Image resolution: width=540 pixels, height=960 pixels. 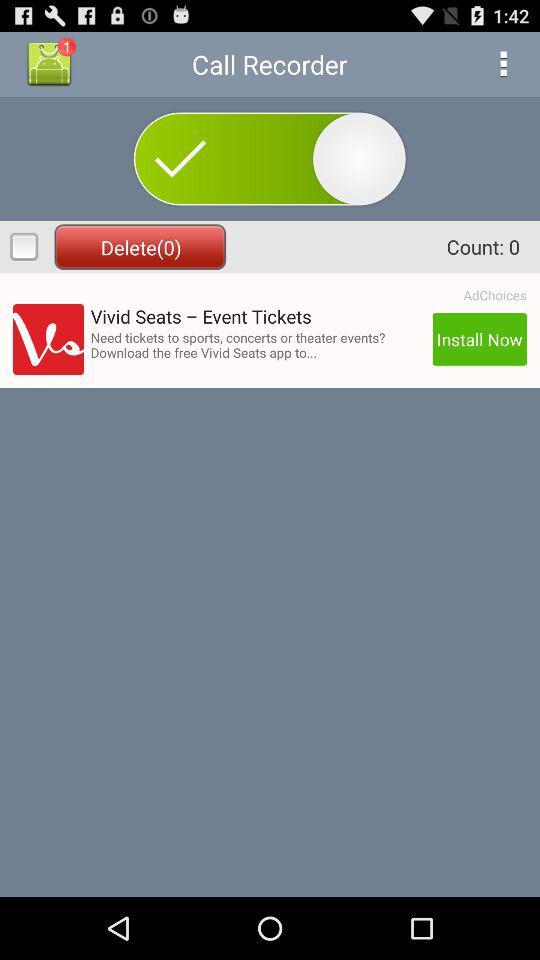 What do you see at coordinates (478, 339) in the screenshot?
I see `install now icon` at bounding box center [478, 339].